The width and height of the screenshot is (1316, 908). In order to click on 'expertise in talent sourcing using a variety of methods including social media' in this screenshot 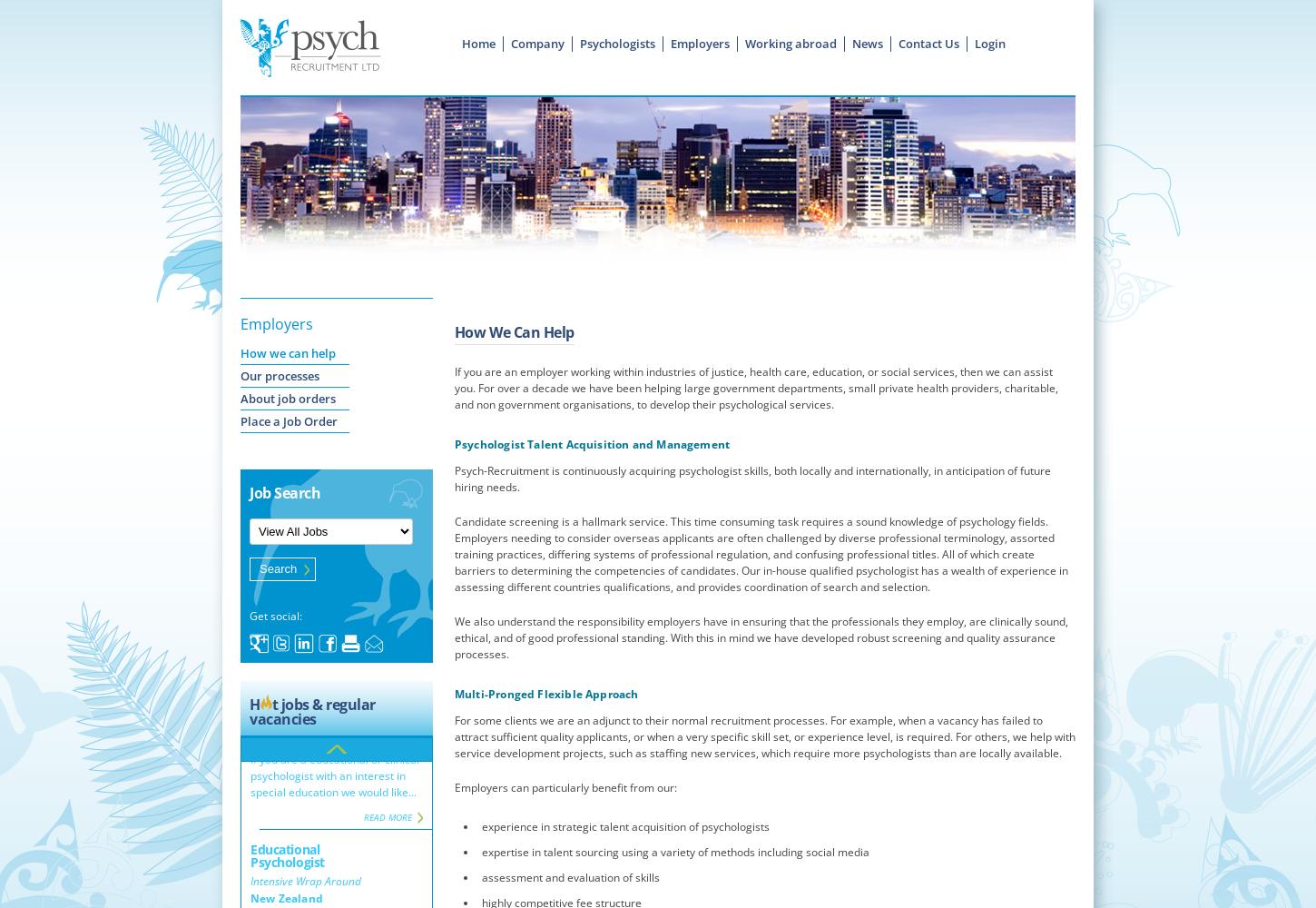, I will do `click(674, 852)`.